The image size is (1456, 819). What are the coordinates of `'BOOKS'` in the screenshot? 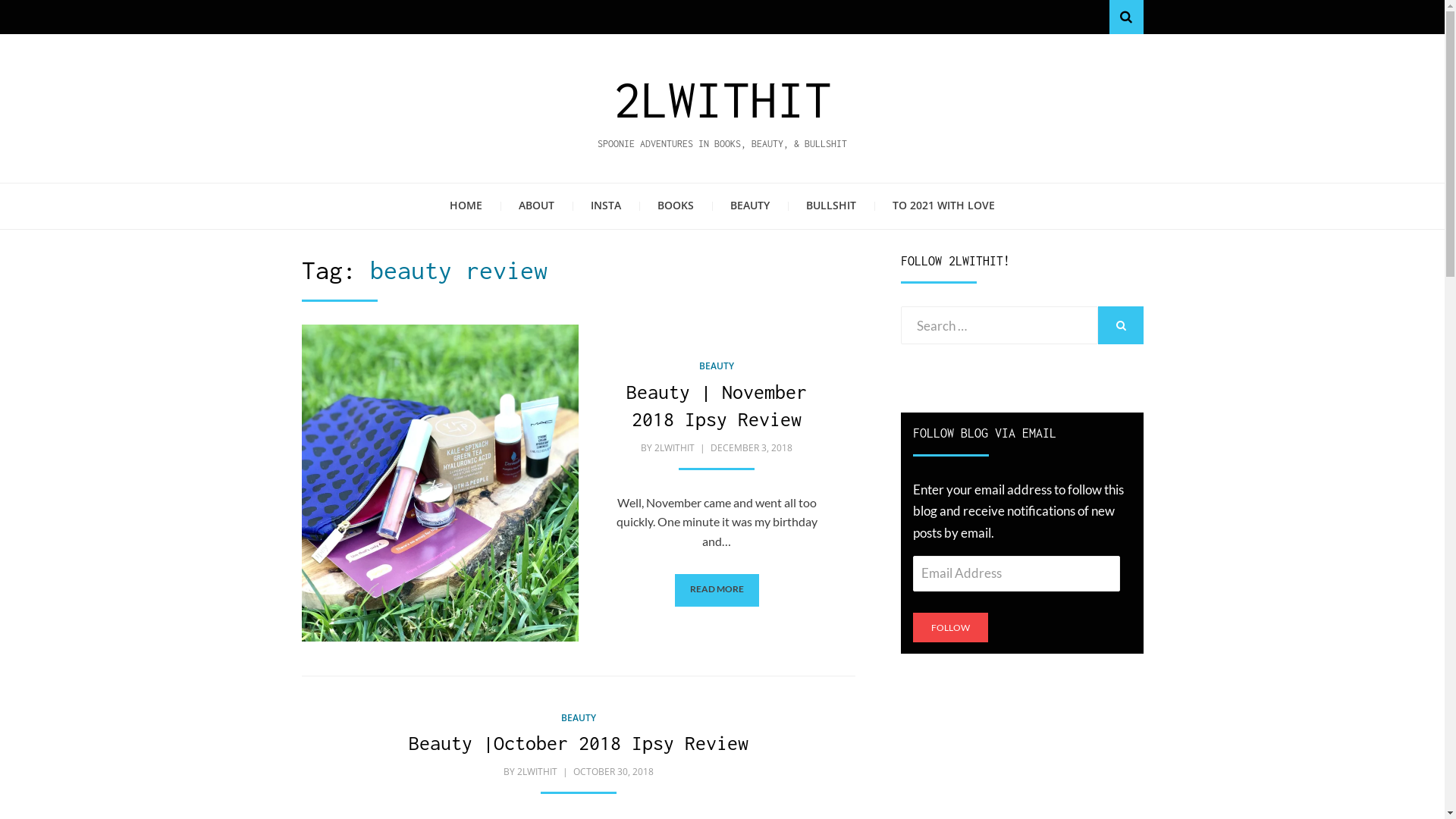 It's located at (639, 206).